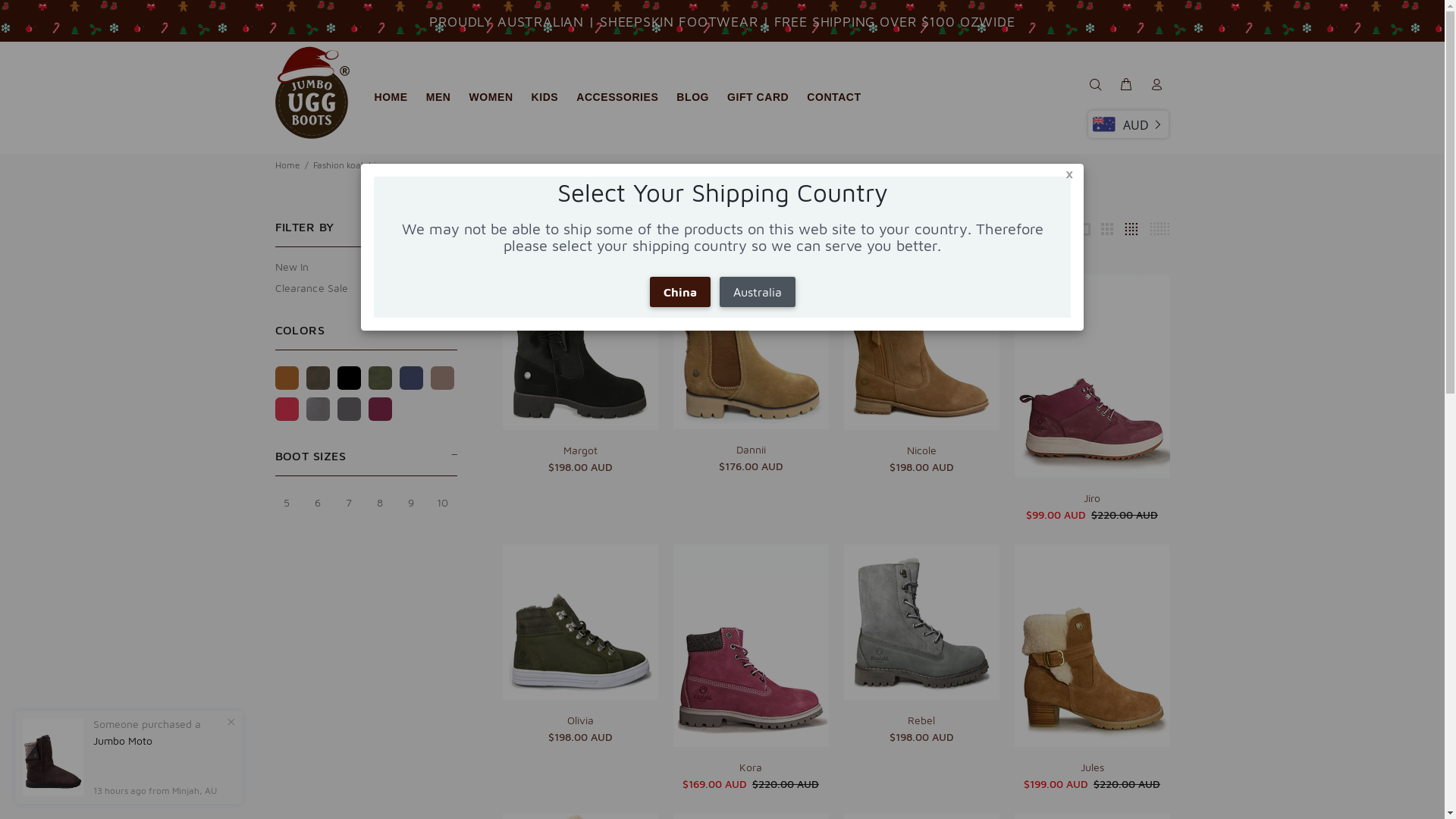 This screenshot has height=819, width=1456. What do you see at coordinates (459, 97) in the screenshot?
I see `'WOMEN'` at bounding box center [459, 97].